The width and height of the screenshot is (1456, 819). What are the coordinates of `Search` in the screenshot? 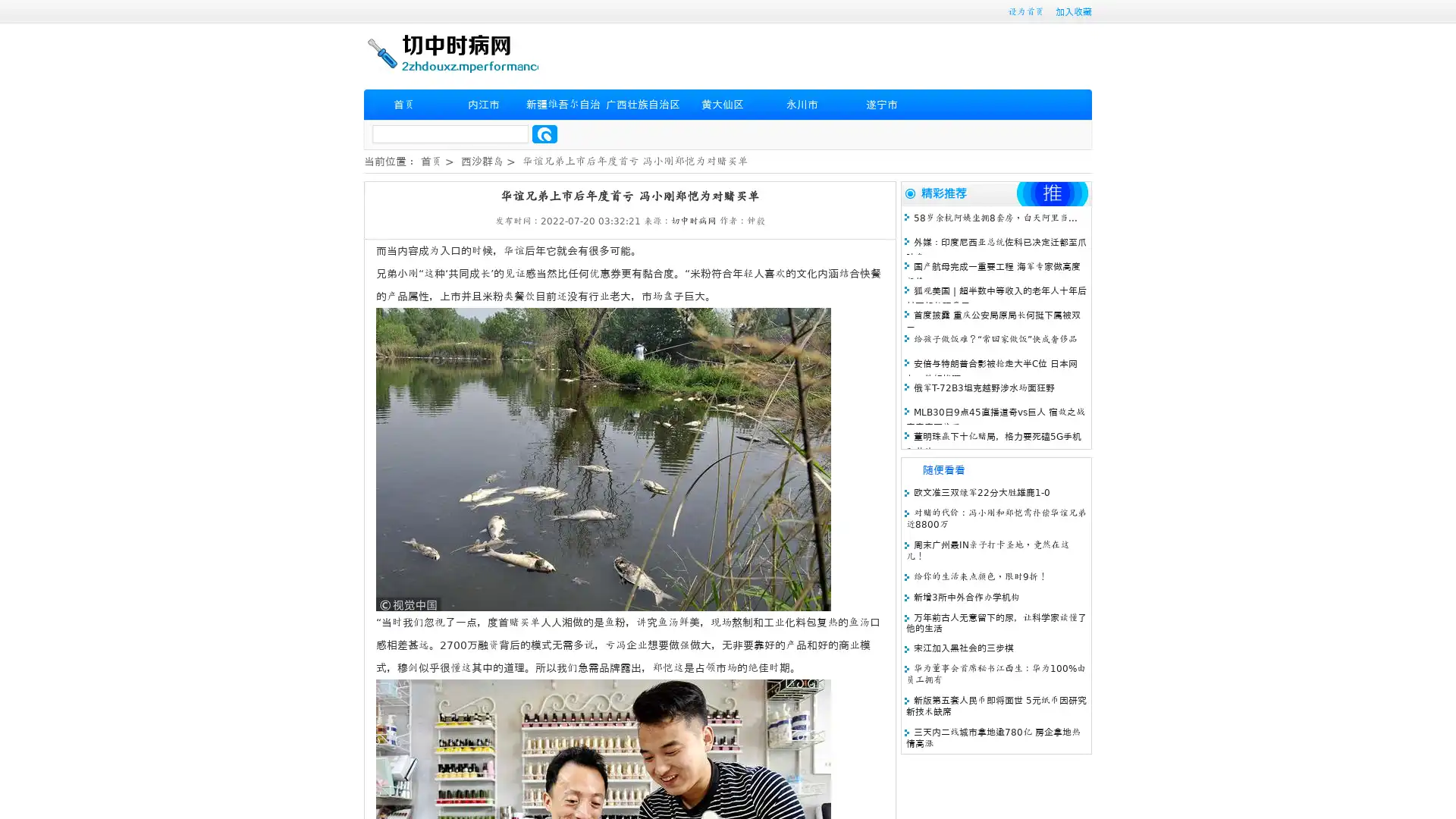 It's located at (544, 133).